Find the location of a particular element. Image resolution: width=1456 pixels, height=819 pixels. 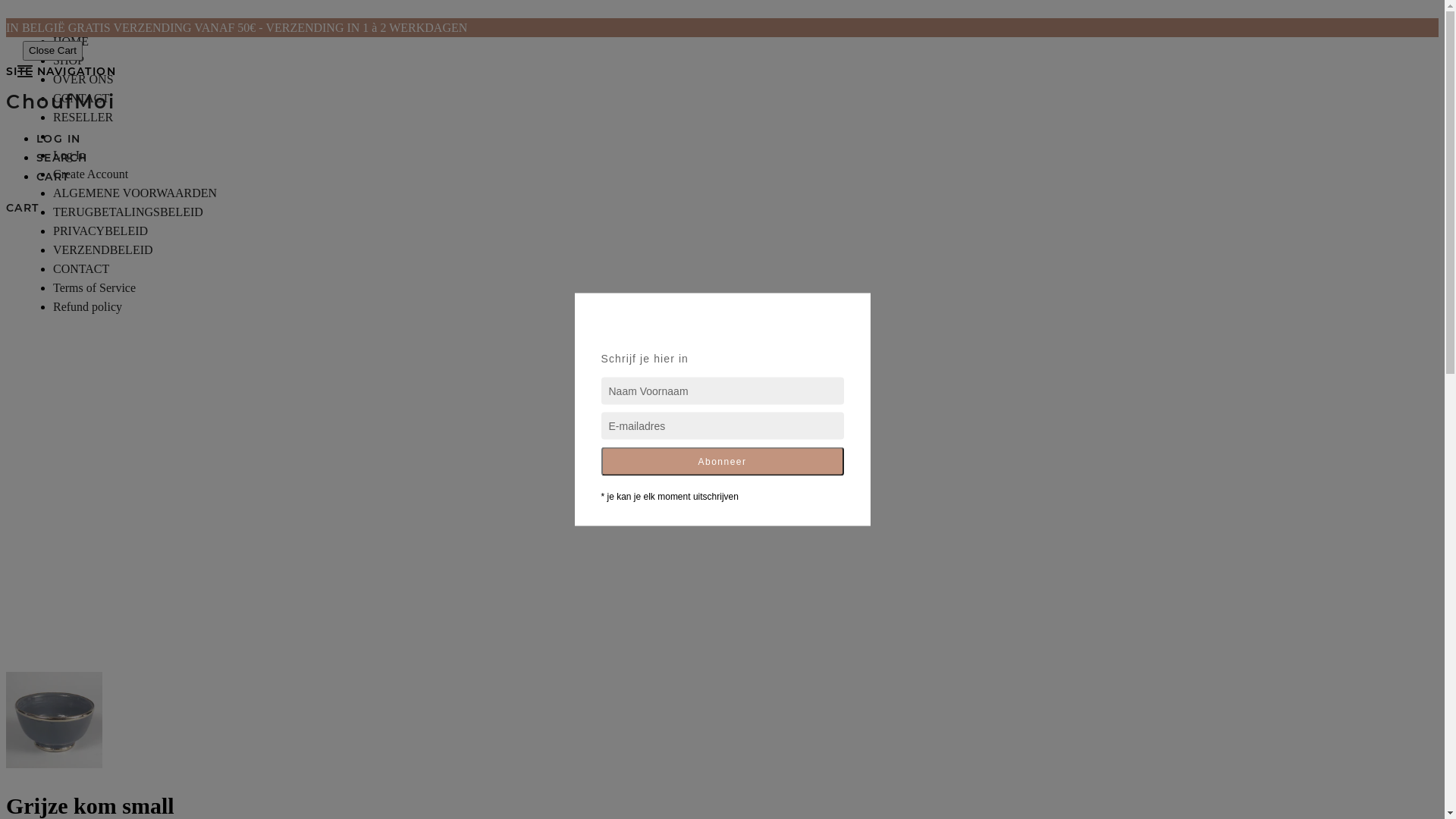

'HOME' is located at coordinates (70, 40).